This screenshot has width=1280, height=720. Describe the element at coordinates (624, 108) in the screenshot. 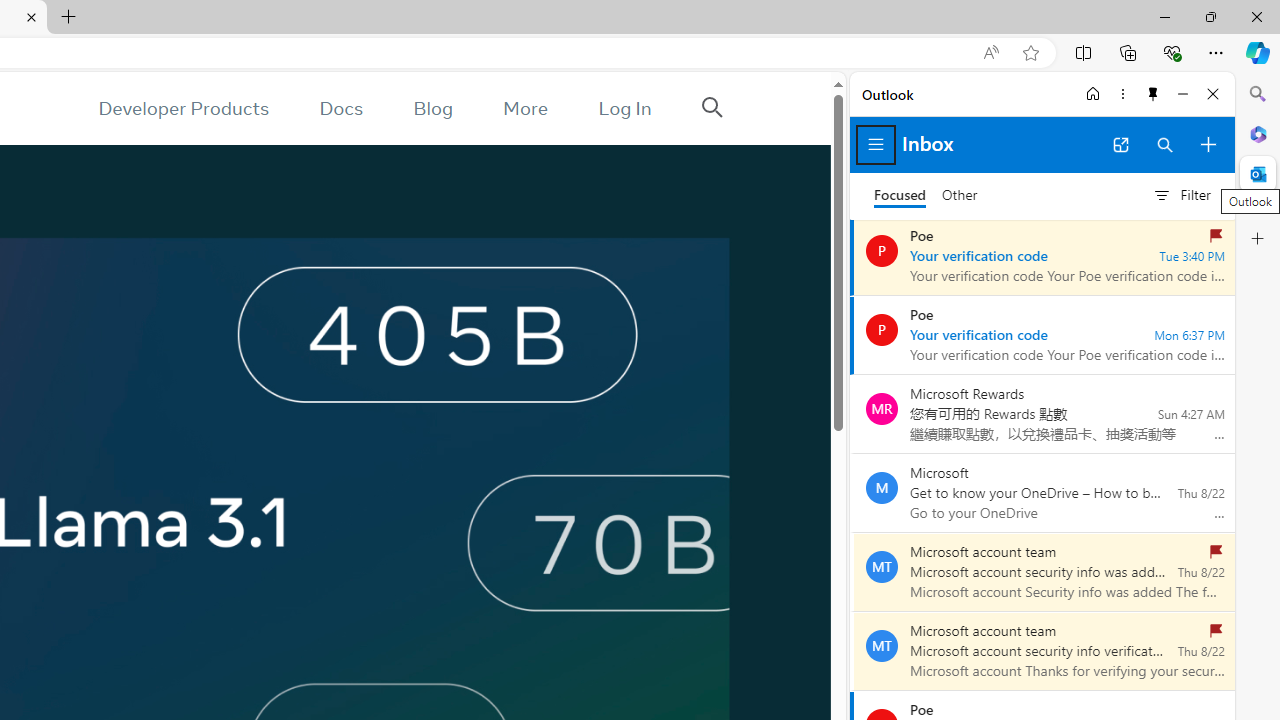

I see `'Log In'` at that location.